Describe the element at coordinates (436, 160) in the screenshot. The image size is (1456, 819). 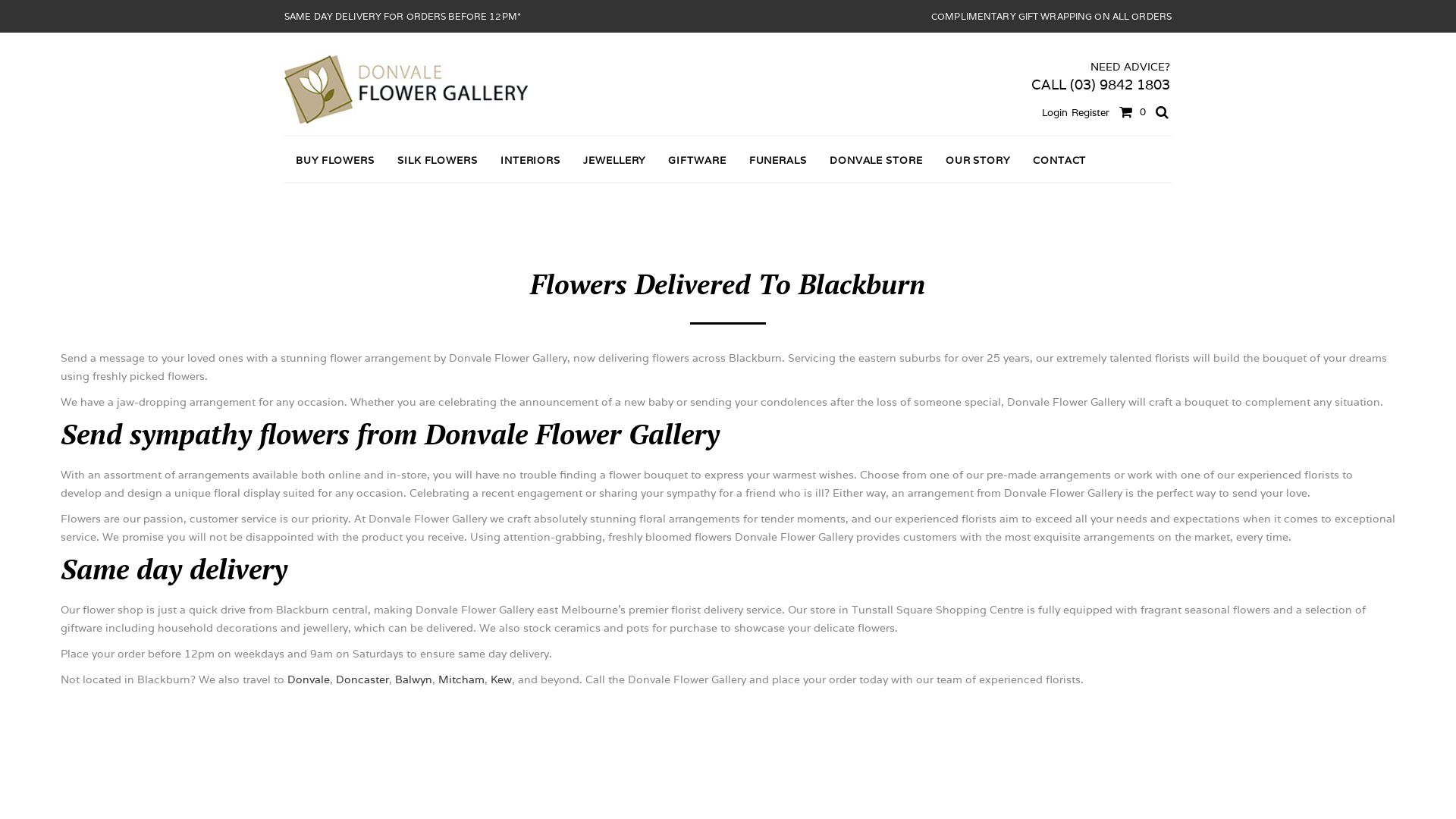
I see `'SILK FLOWERS'` at that location.